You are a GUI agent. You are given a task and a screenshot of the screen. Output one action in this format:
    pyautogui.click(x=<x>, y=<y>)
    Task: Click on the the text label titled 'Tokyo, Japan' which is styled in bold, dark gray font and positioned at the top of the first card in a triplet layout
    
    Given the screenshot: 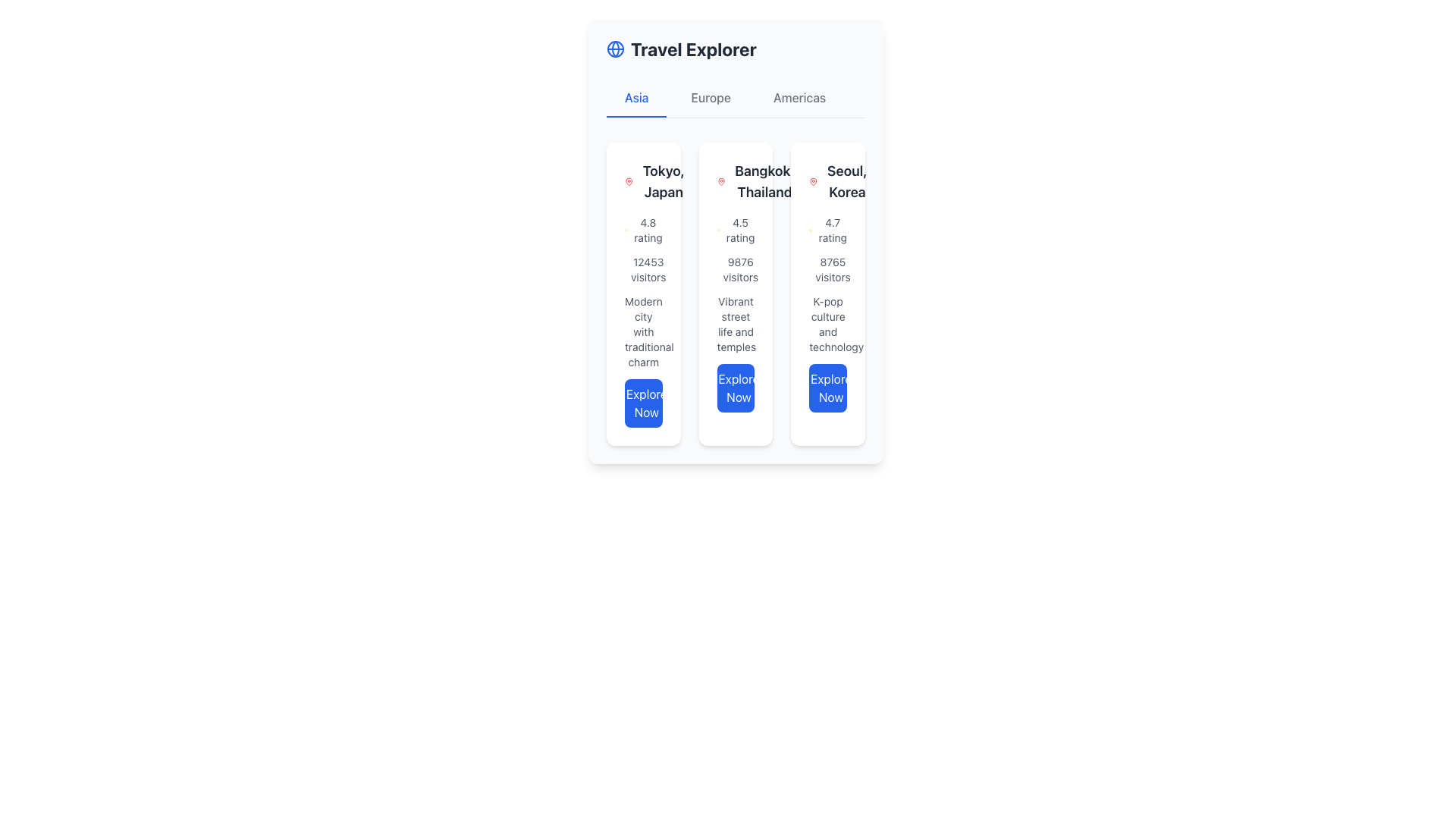 What is the action you would take?
    pyautogui.click(x=664, y=180)
    